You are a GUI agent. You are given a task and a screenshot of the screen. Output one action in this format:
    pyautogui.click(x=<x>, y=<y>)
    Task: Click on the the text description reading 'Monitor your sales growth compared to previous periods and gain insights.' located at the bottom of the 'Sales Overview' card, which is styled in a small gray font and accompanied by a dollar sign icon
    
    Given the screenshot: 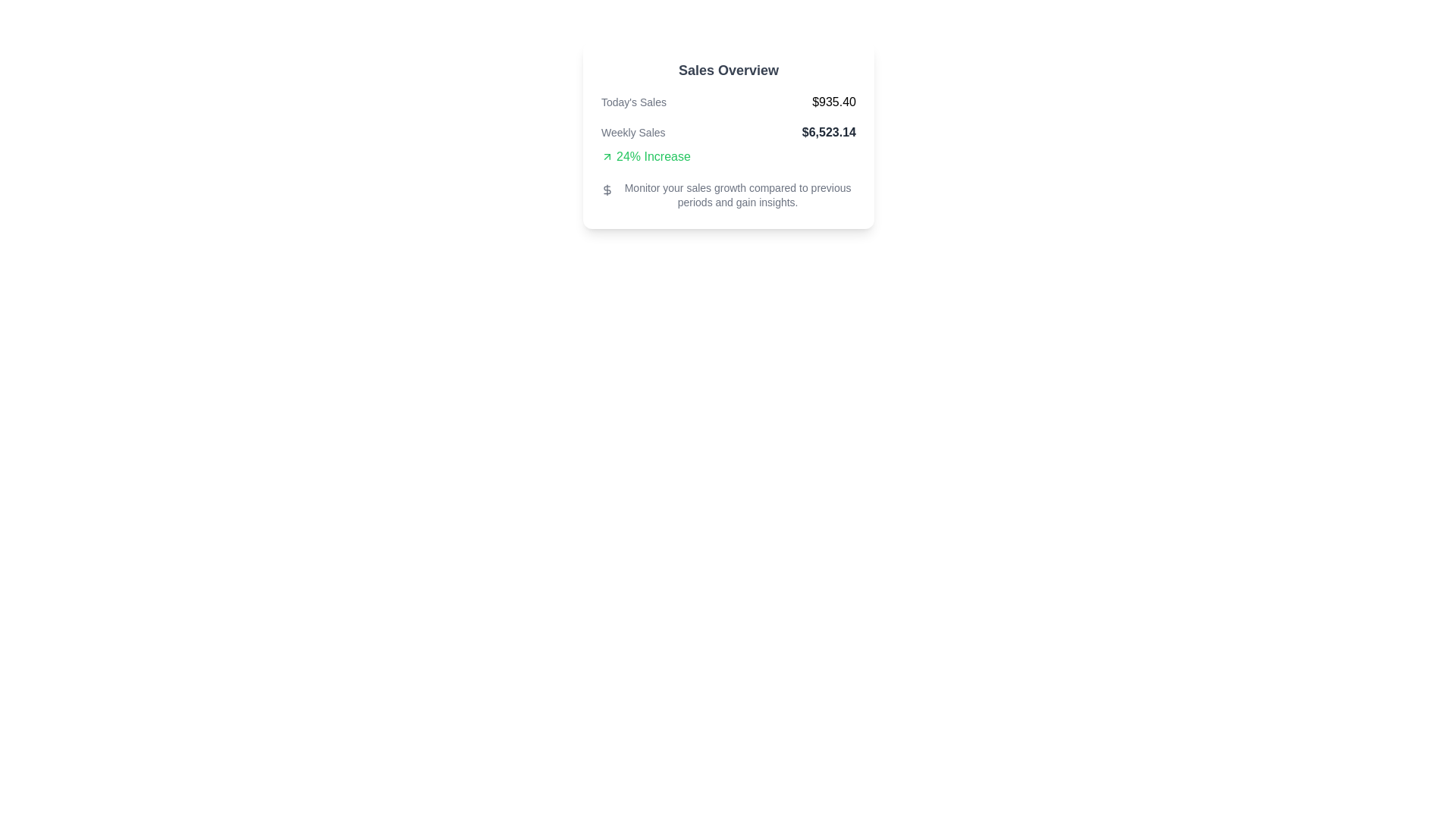 What is the action you would take?
    pyautogui.click(x=728, y=195)
    